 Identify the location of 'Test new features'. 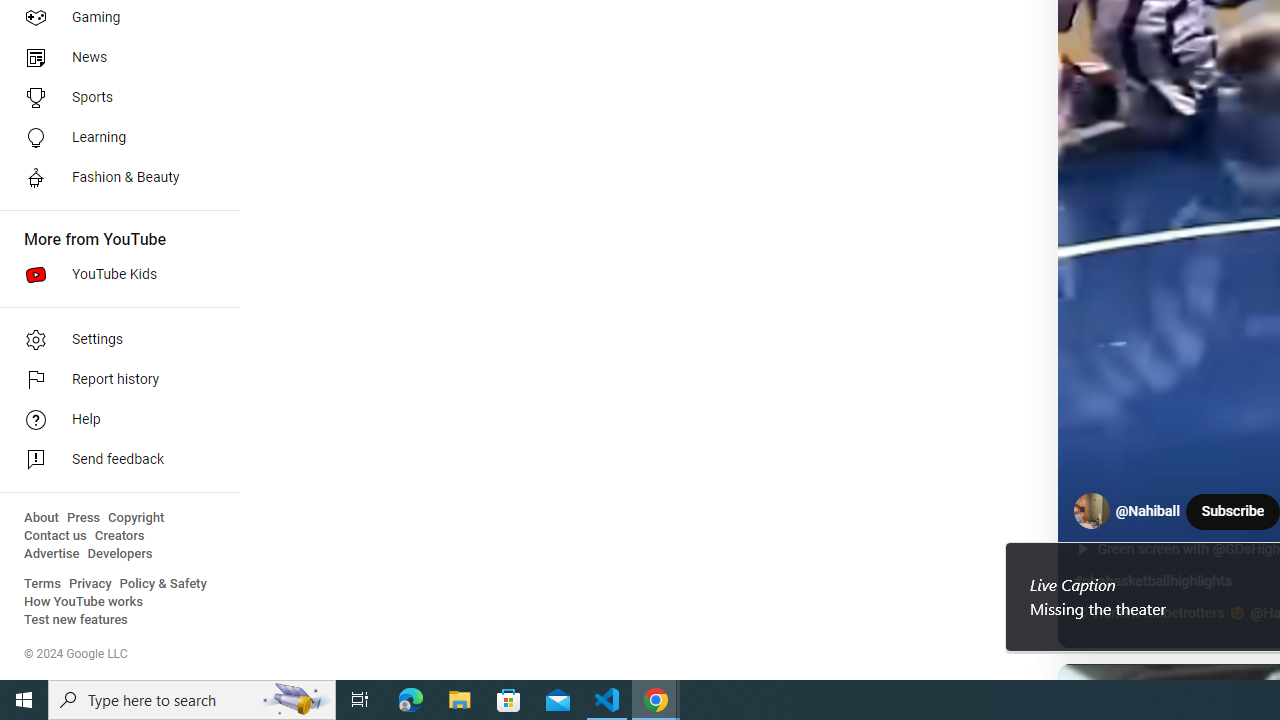
(76, 619).